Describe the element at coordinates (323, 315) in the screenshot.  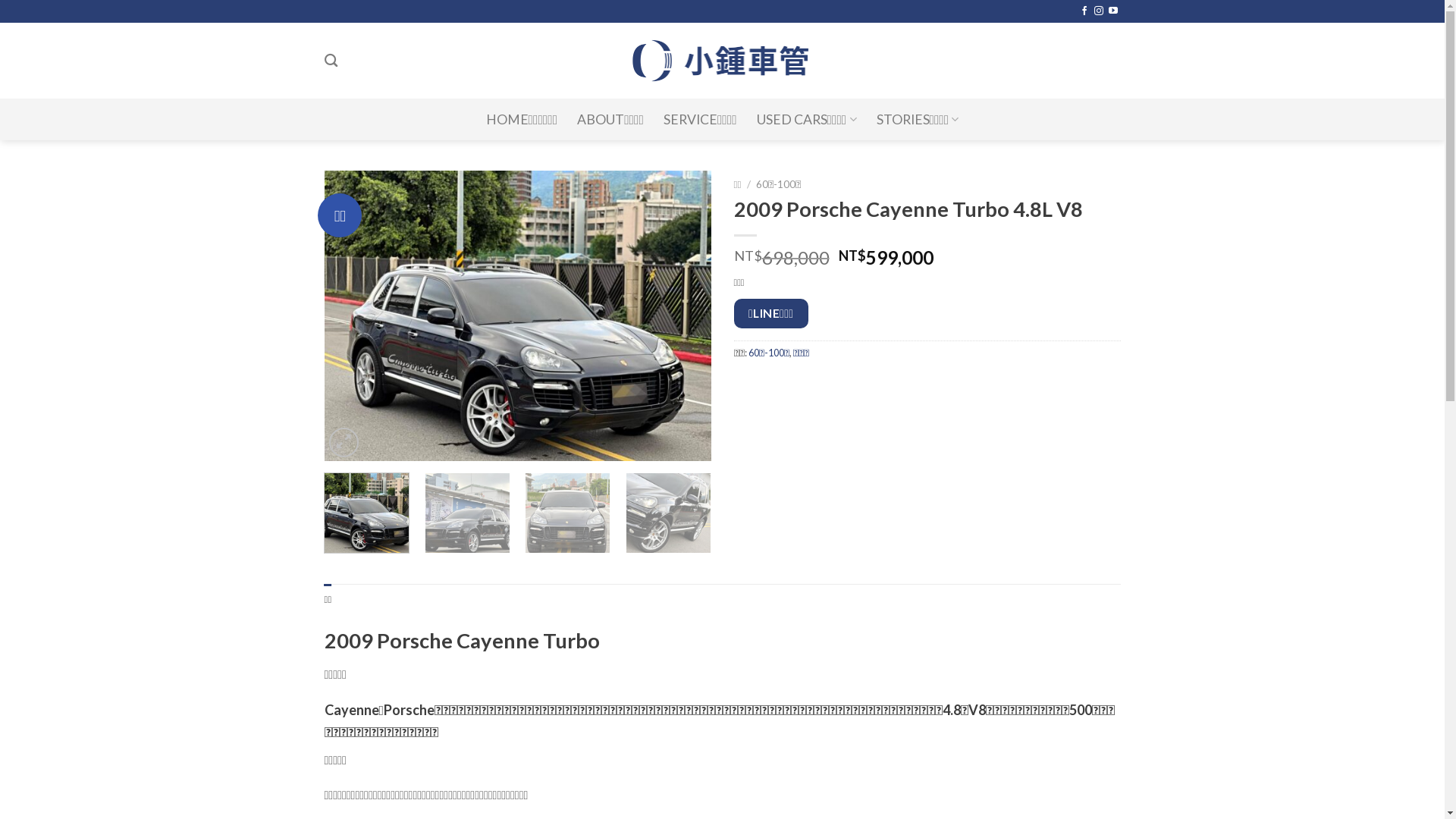
I see `'LINE_ALBUM_220427_18'` at that location.